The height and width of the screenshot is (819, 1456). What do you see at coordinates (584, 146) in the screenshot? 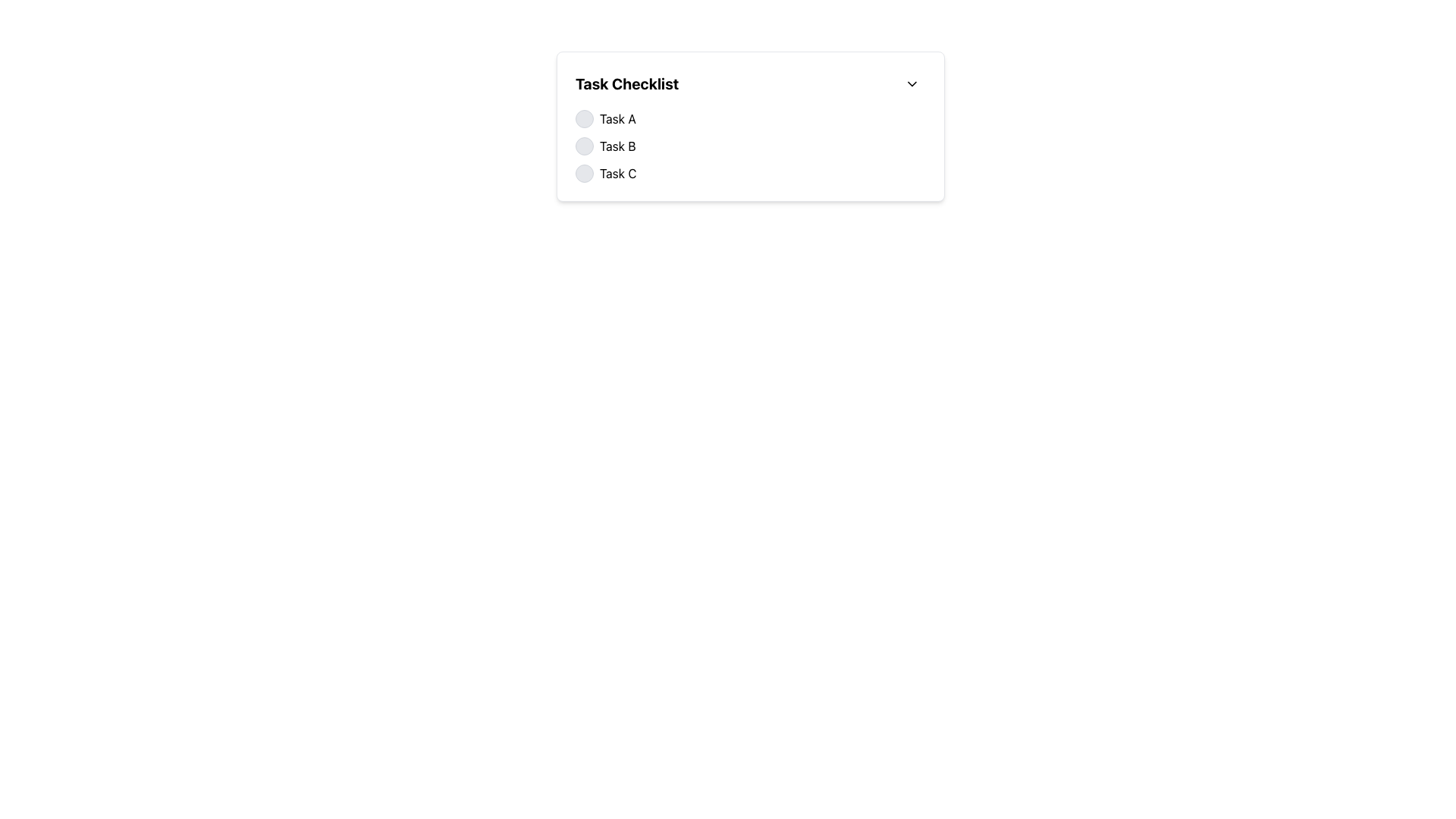
I see `the checkbox located to the left of the text 'Task B'` at bounding box center [584, 146].